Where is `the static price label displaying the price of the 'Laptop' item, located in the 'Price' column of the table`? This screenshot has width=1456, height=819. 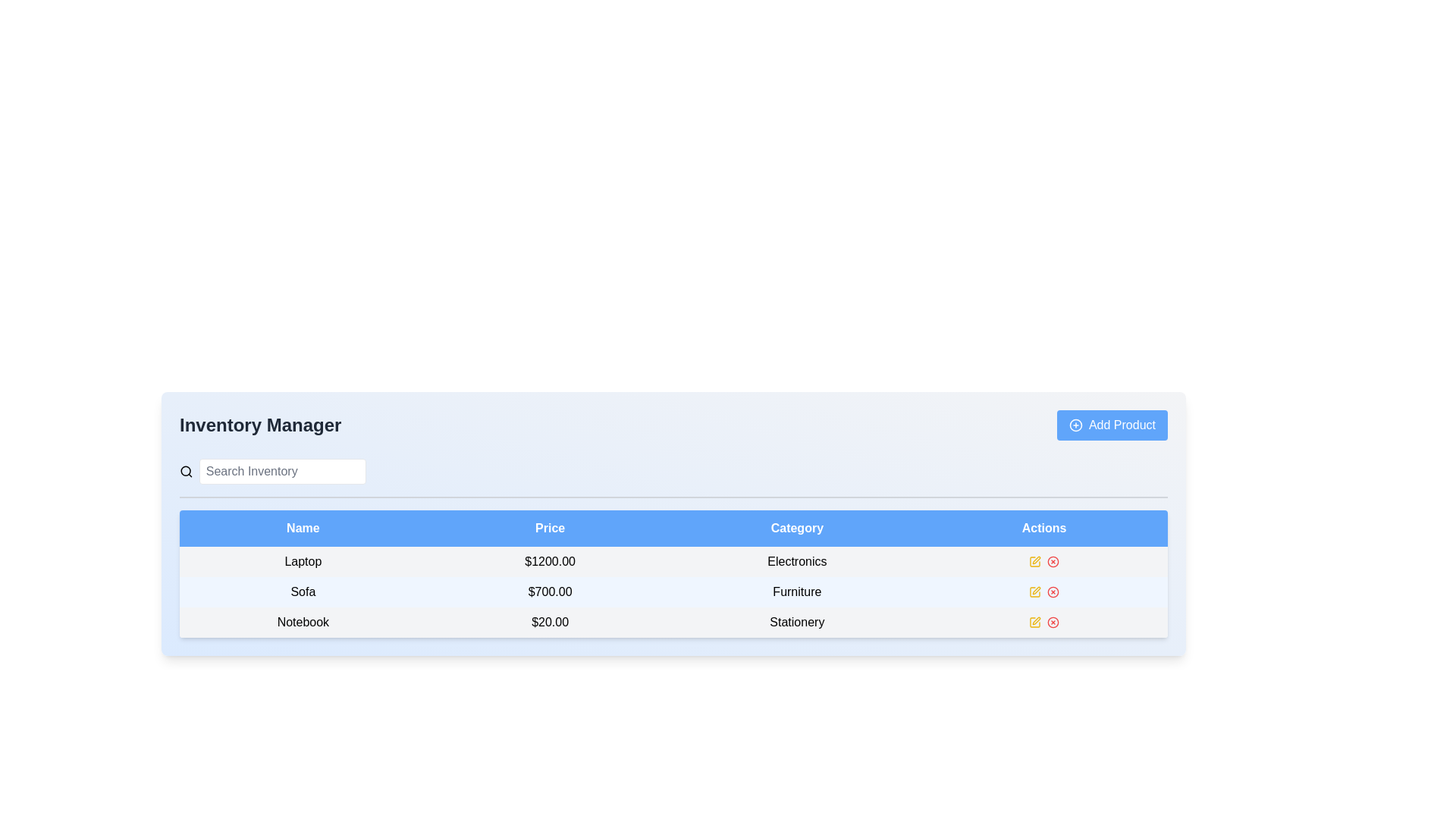 the static price label displaying the price of the 'Laptop' item, located in the 'Price' column of the table is located at coordinates (549, 561).